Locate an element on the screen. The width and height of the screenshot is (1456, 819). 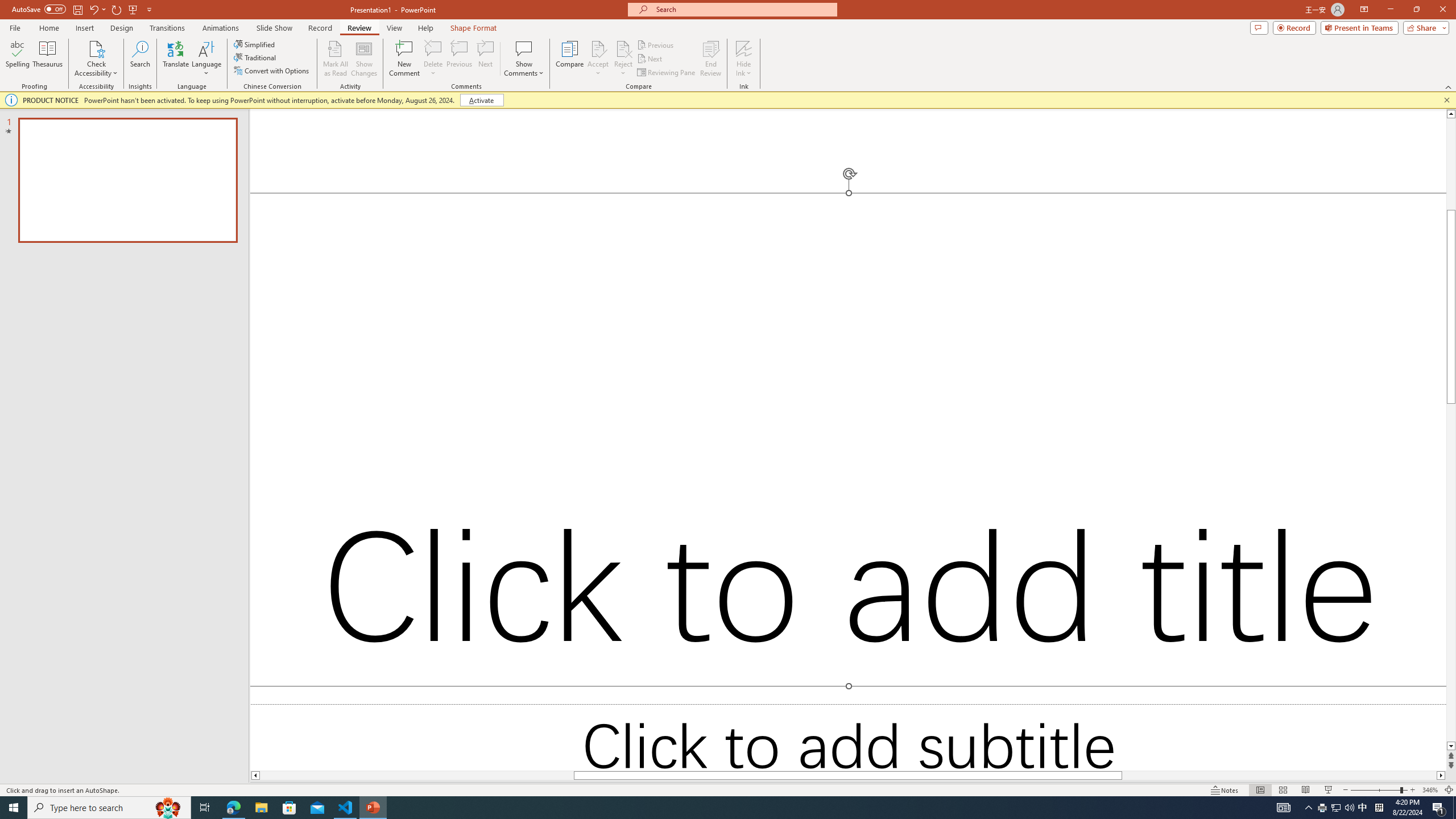
'Traditional' is located at coordinates (255, 56).